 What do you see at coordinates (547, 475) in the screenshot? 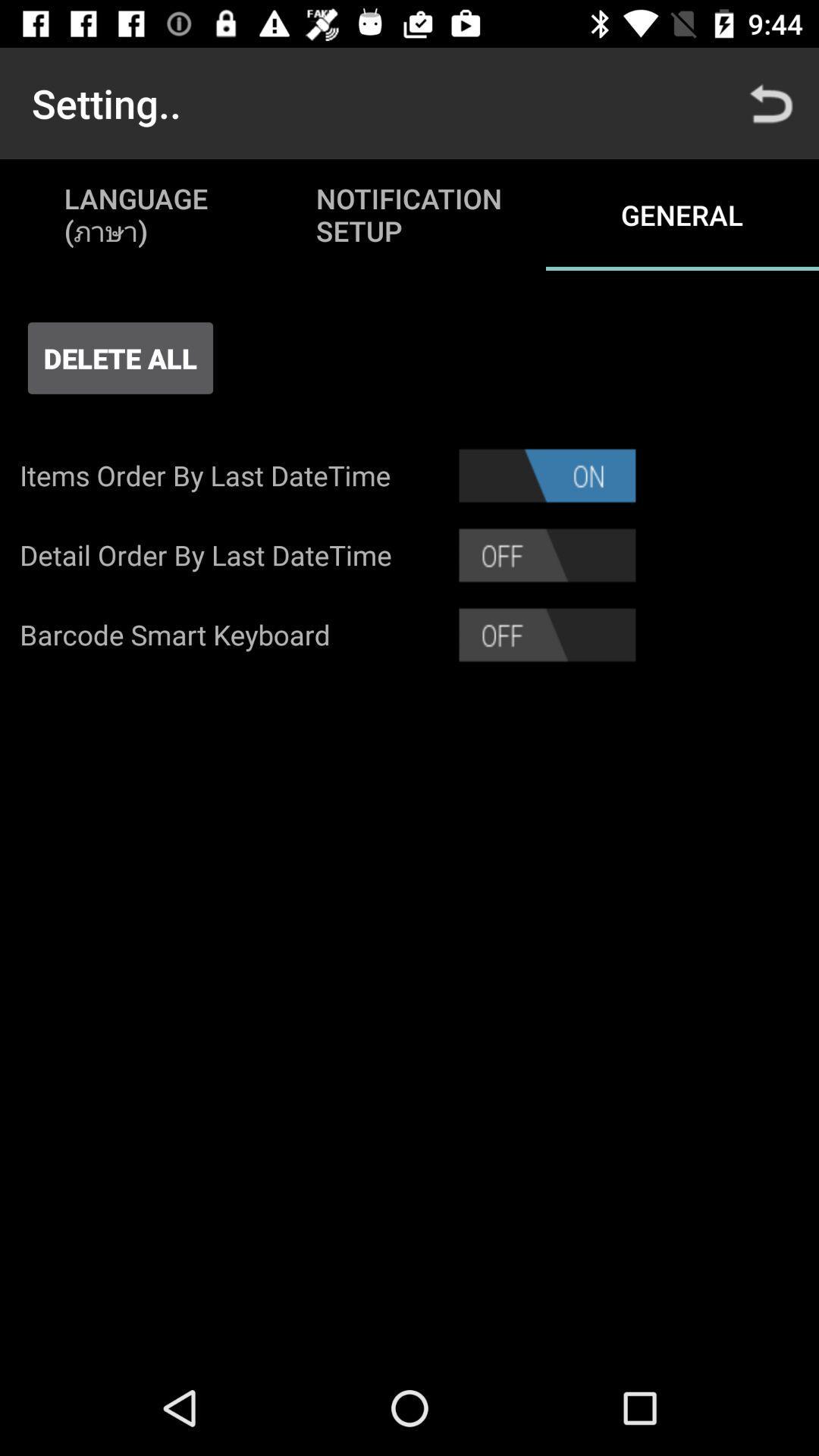
I see `the icon below notification` at bounding box center [547, 475].